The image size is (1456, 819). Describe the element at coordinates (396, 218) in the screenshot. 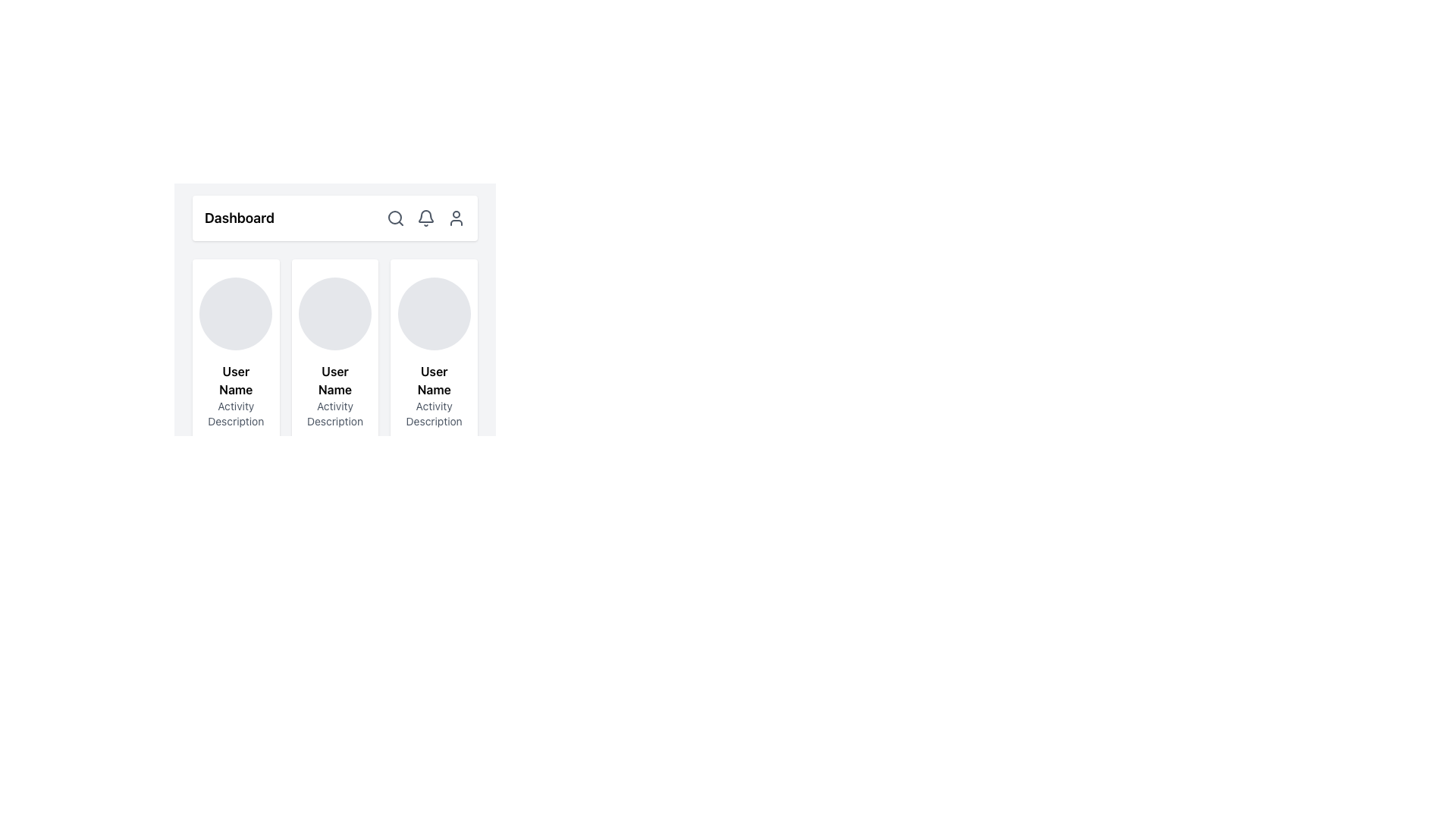

I see `the search icon located at the right end of the toolbar` at that location.